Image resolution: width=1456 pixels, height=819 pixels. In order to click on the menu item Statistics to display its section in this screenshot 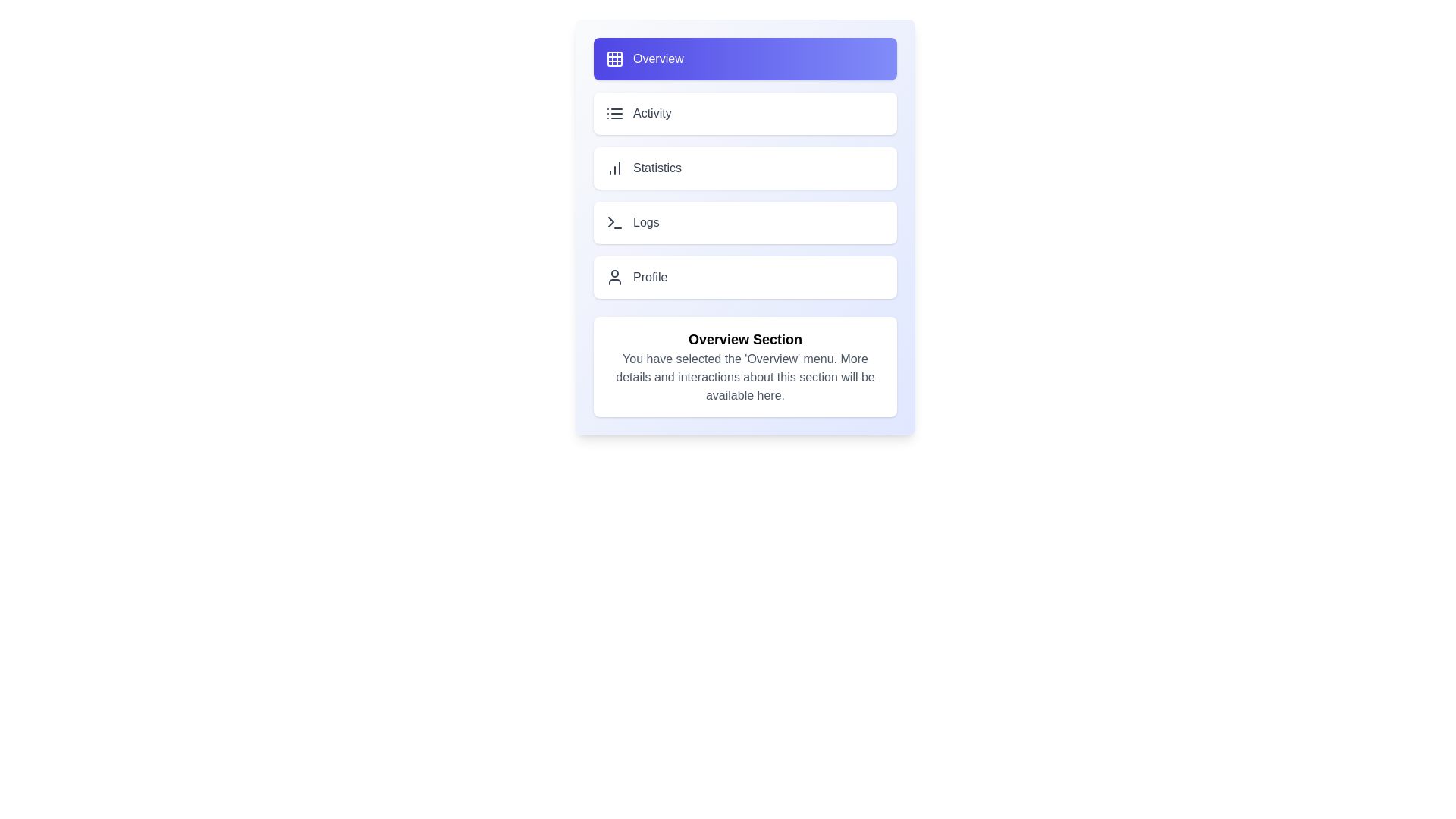, I will do `click(745, 168)`.